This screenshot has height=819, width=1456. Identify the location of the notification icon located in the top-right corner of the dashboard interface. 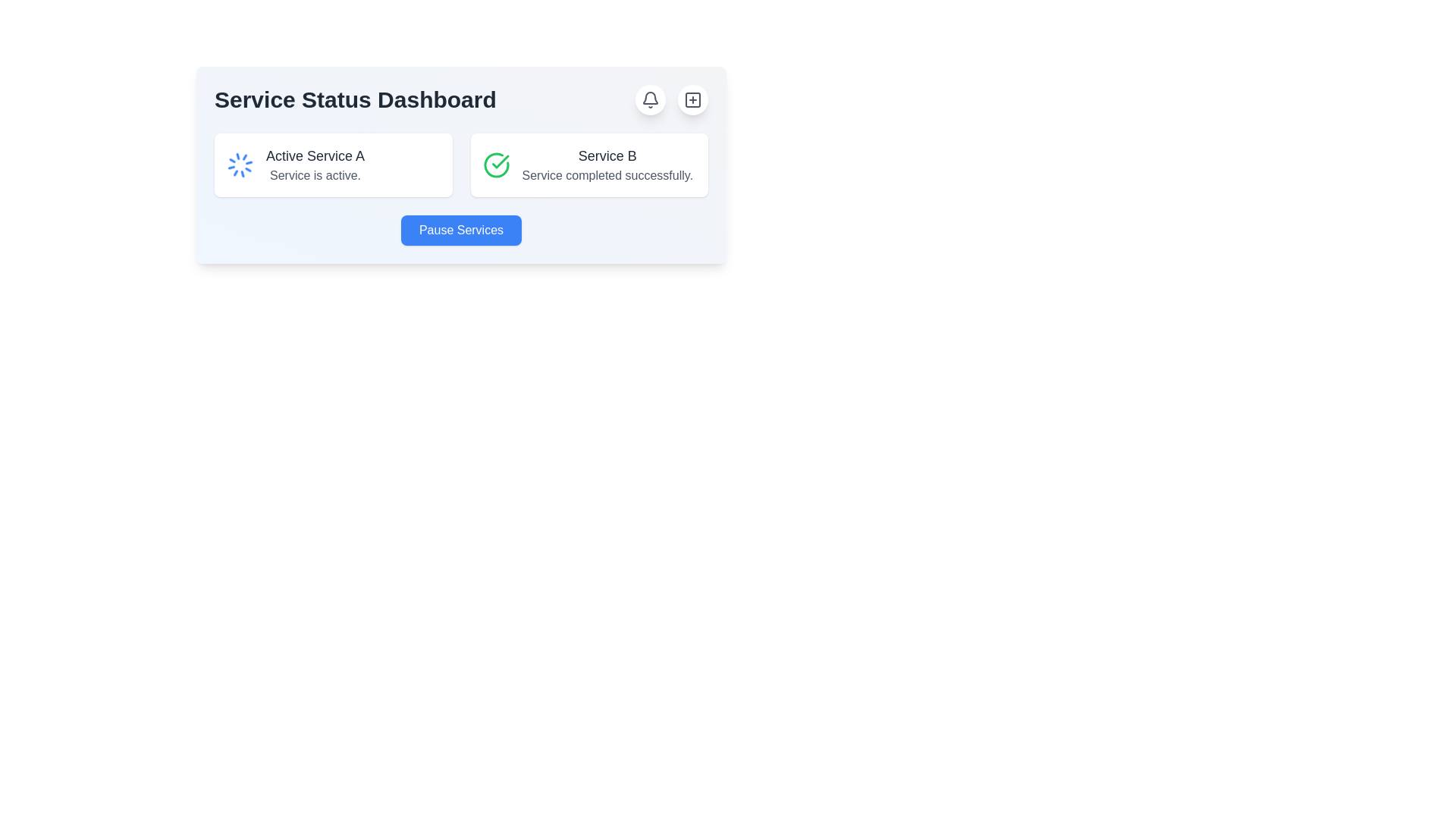
(651, 99).